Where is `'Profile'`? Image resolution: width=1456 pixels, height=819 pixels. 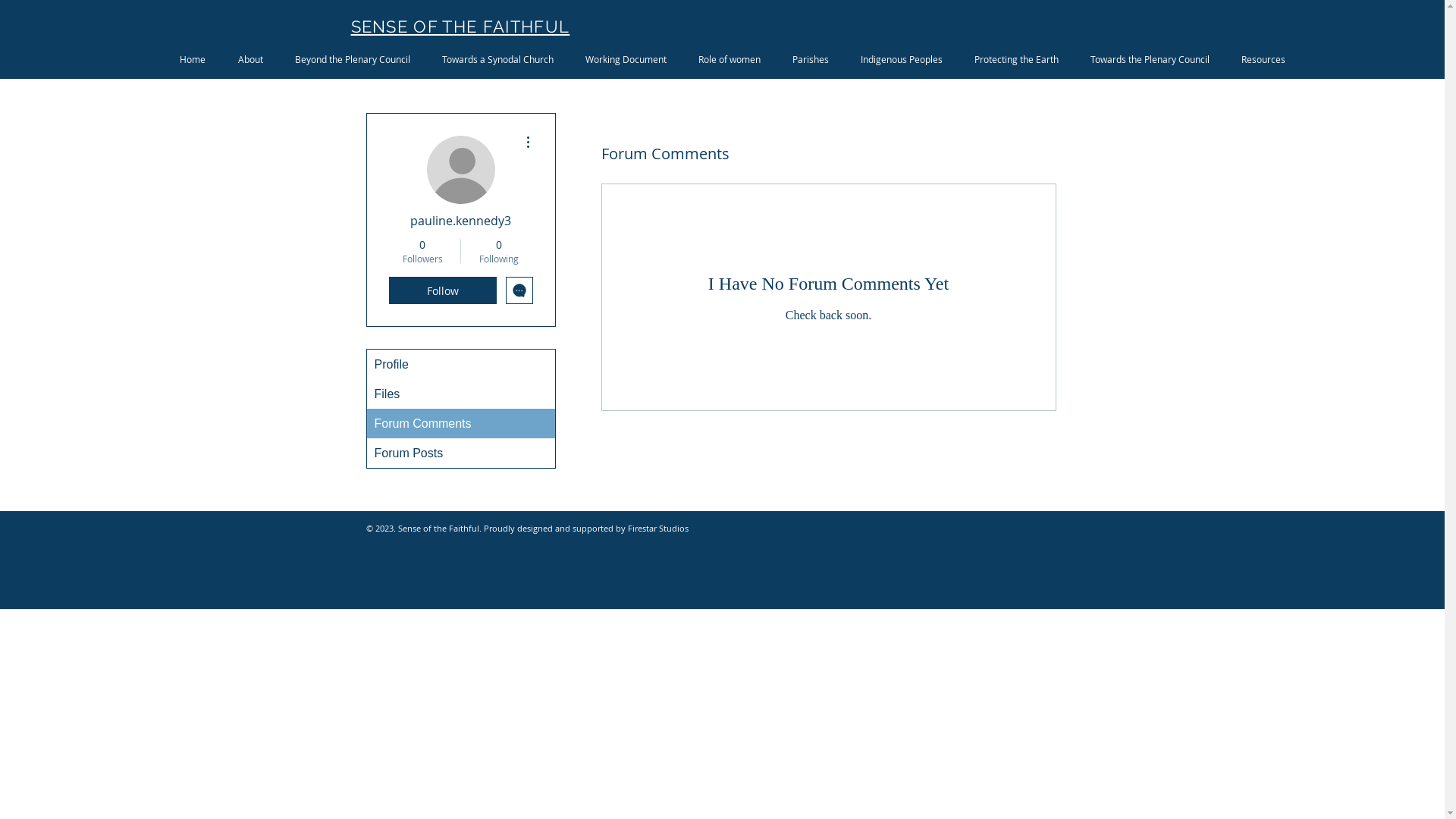 'Profile' is located at coordinates (460, 364).